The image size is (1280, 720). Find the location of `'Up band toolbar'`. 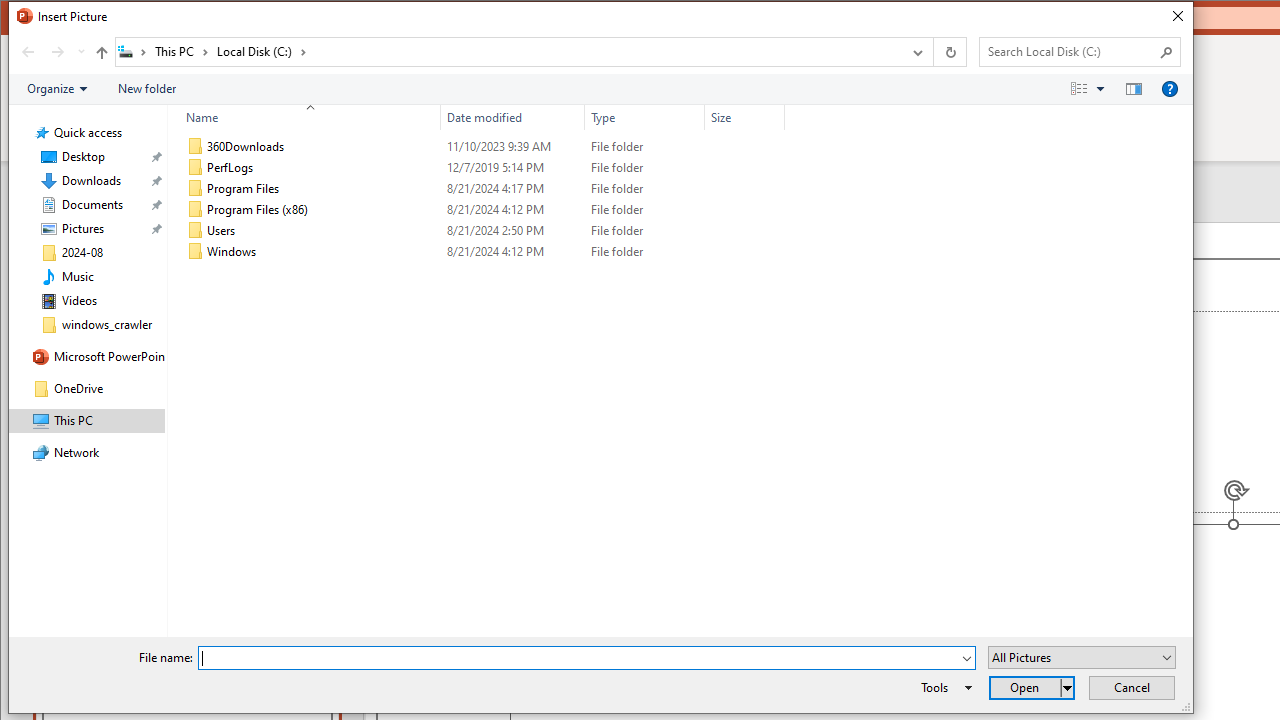

'Up band toolbar' is located at coordinates (100, 54).